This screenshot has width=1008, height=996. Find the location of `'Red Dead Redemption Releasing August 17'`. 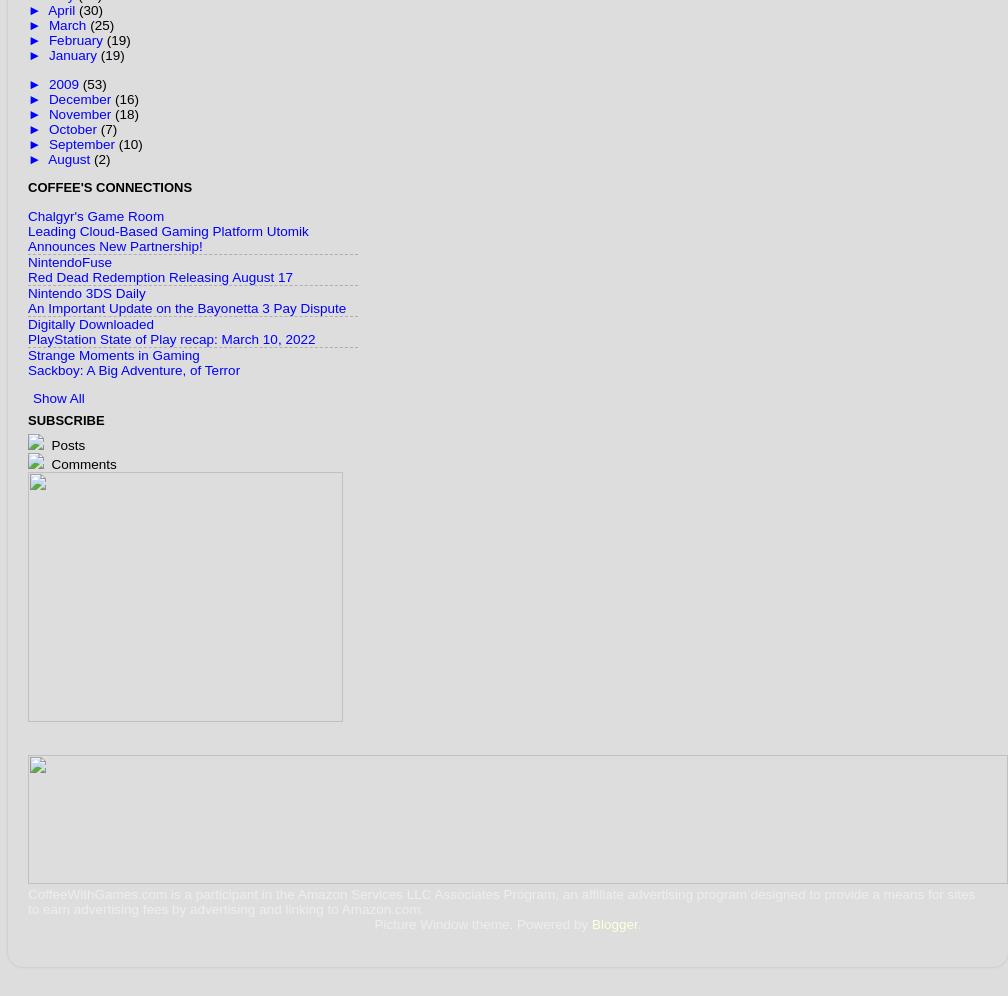

'Red Dead Redemption Releasing August 17' is located at coordinates (159, 276).